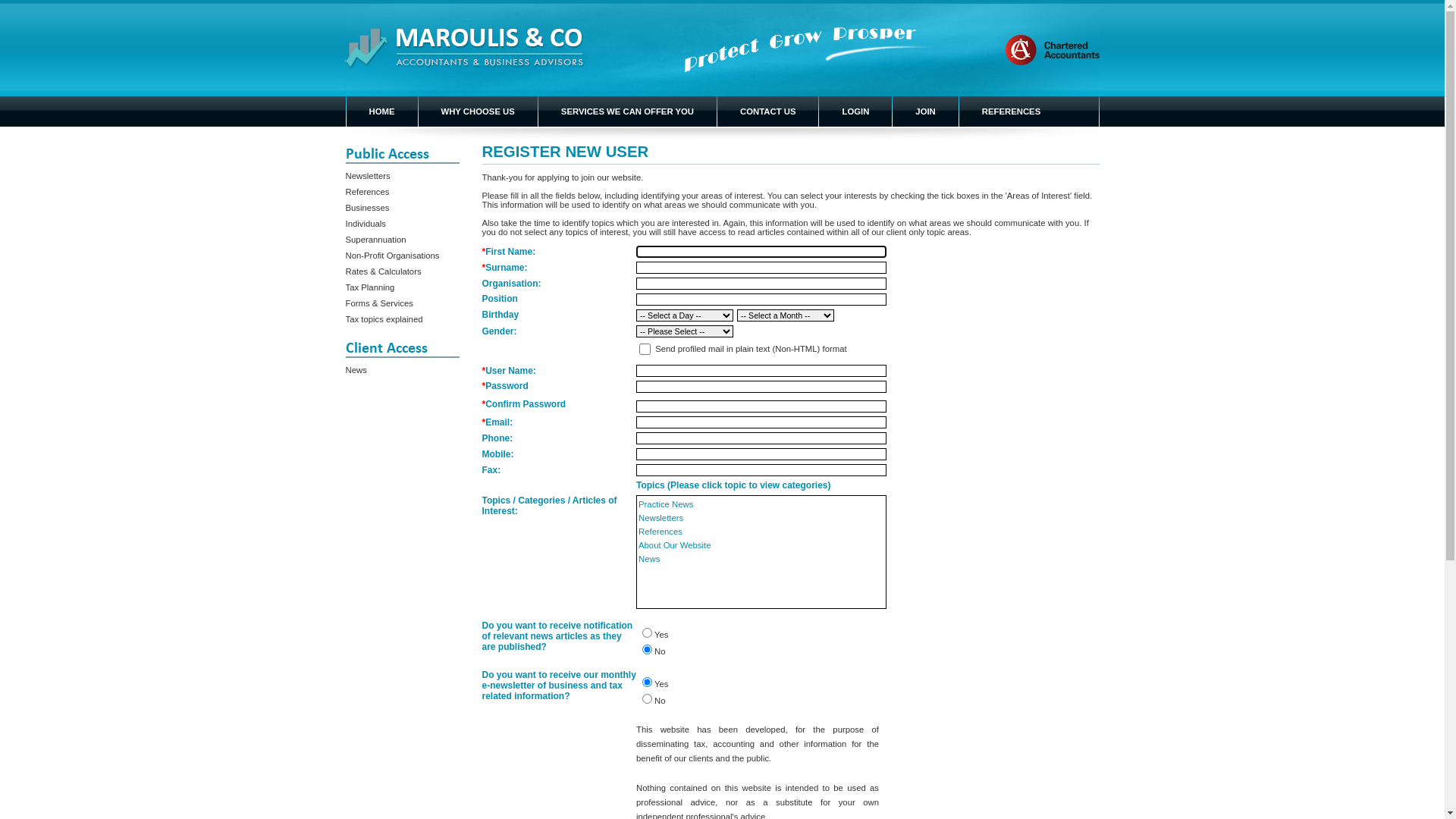  I want to click on 'About Our Website', so click(638, 544).